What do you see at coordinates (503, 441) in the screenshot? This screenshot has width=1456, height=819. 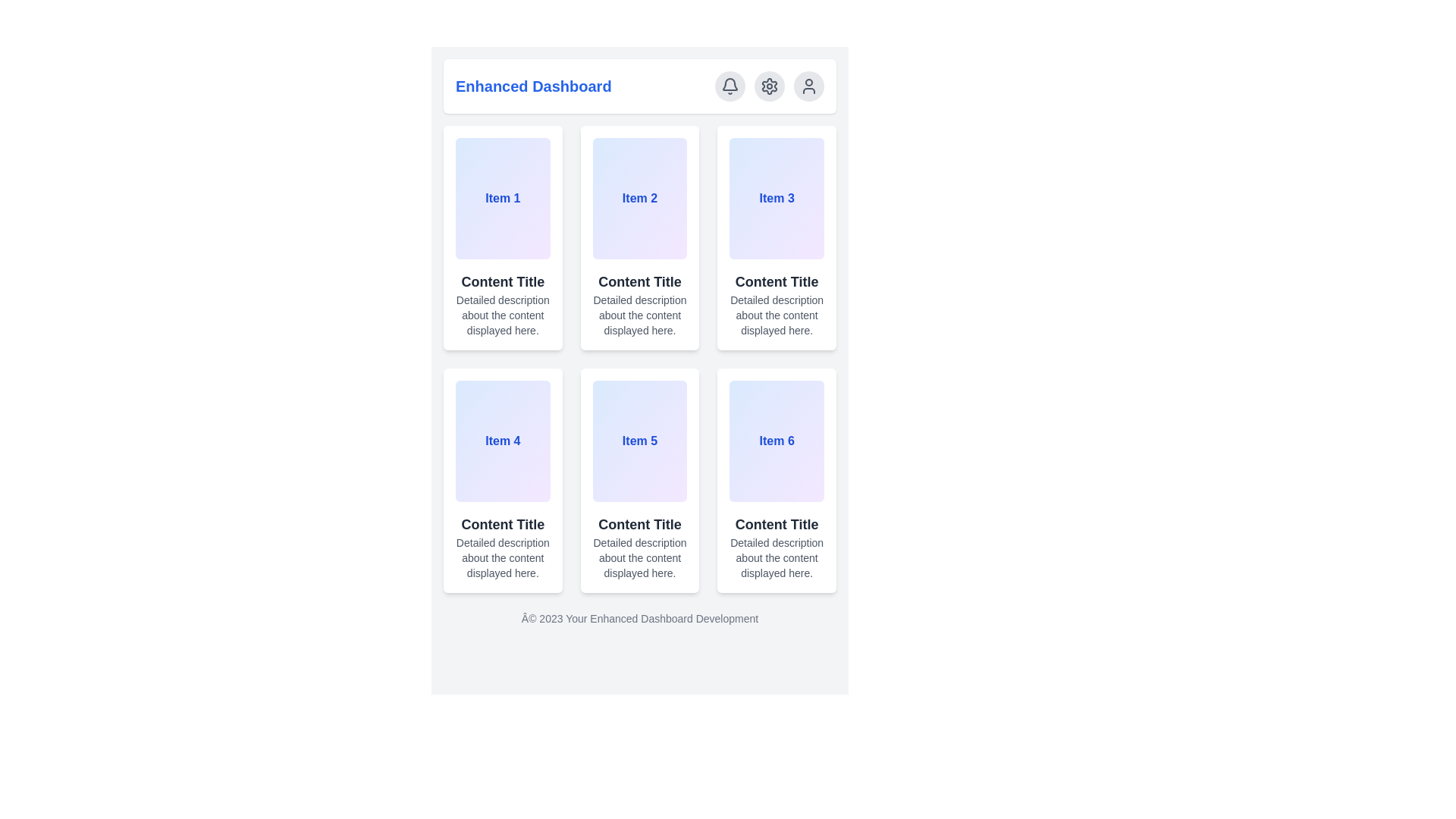 I see `the bold blue text label displaying 'Item 4' located inside the fourth card in the grid, aligned in the second row and first column` at bounding box center [503, 441].